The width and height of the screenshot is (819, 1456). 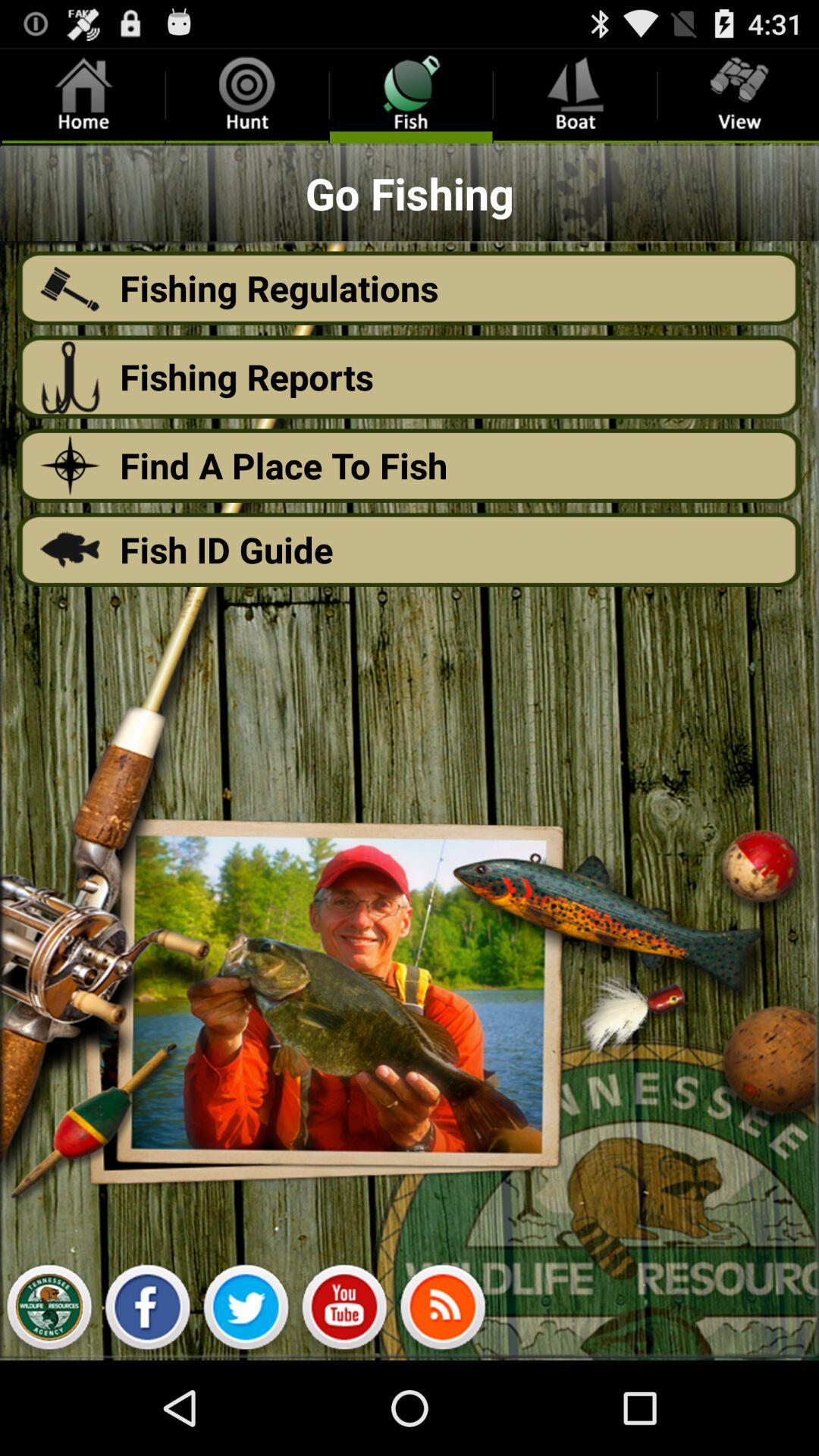 What do you see at coordinates (442, 1310) in the screenshot?
I see `wifi` at bounding box center [442, 1310].